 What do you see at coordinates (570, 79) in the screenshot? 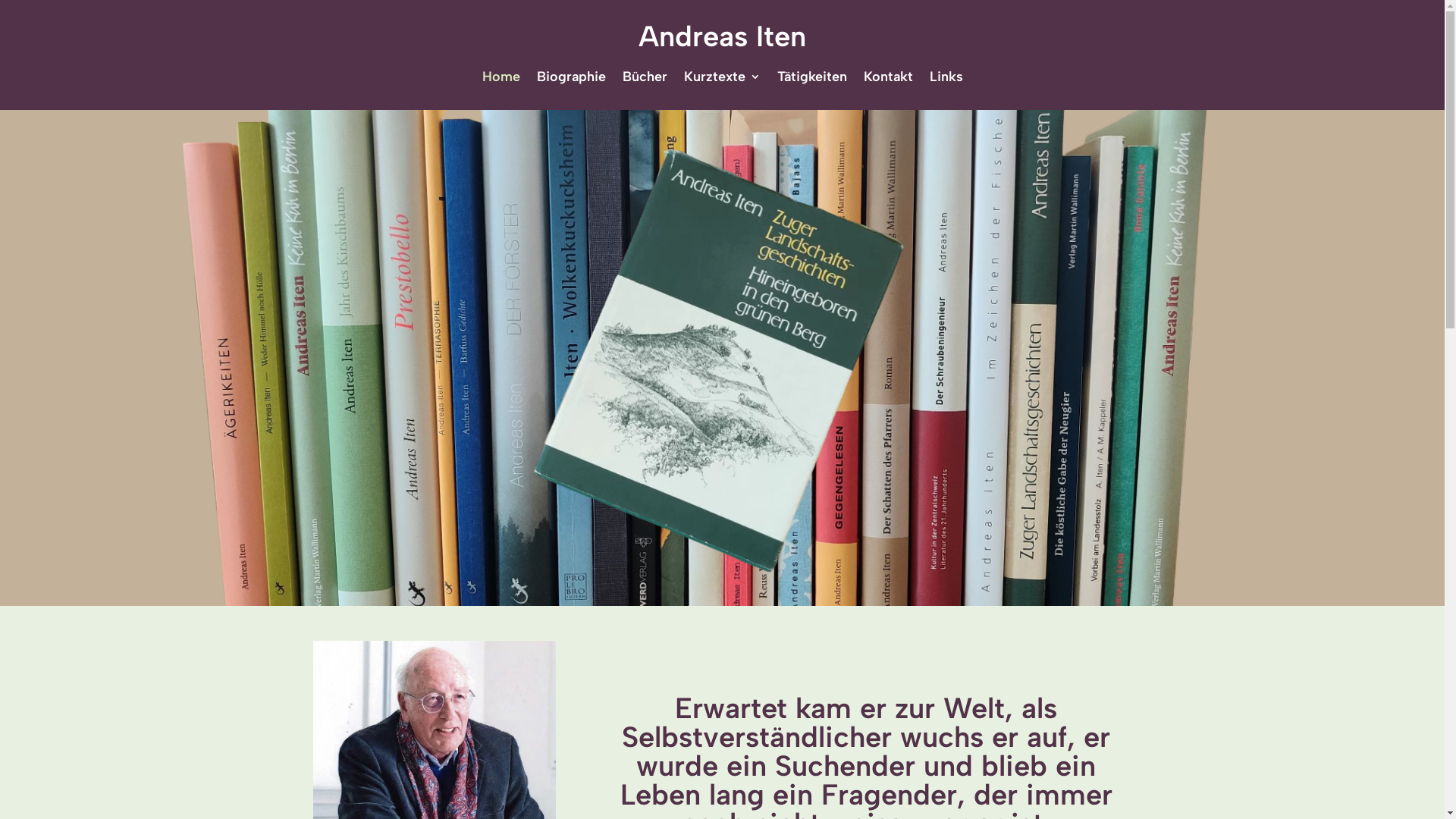
I see `'Biographie'` at bounding box center [570, 79].